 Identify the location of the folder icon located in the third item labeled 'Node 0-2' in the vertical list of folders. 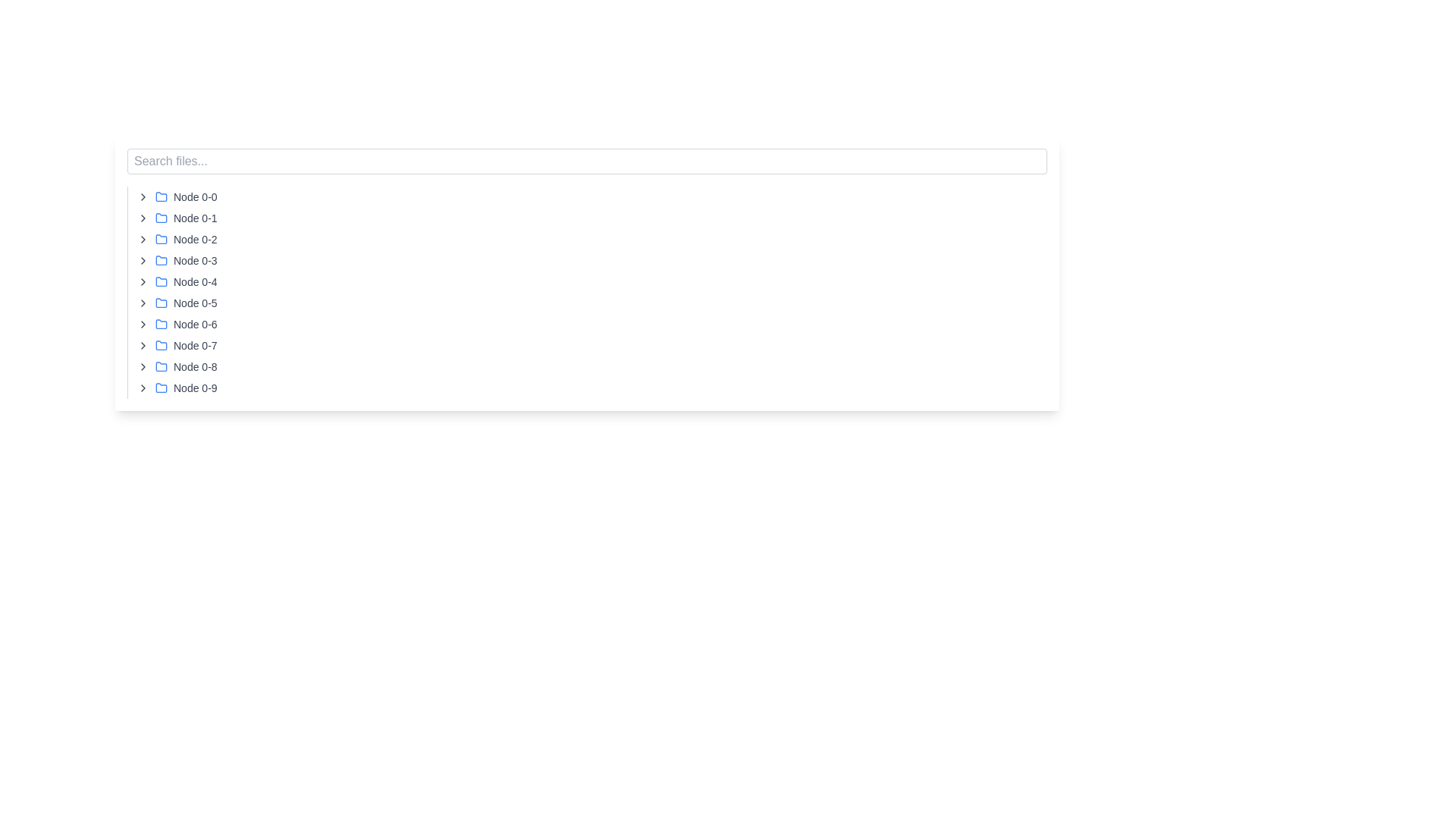
(161, 239).